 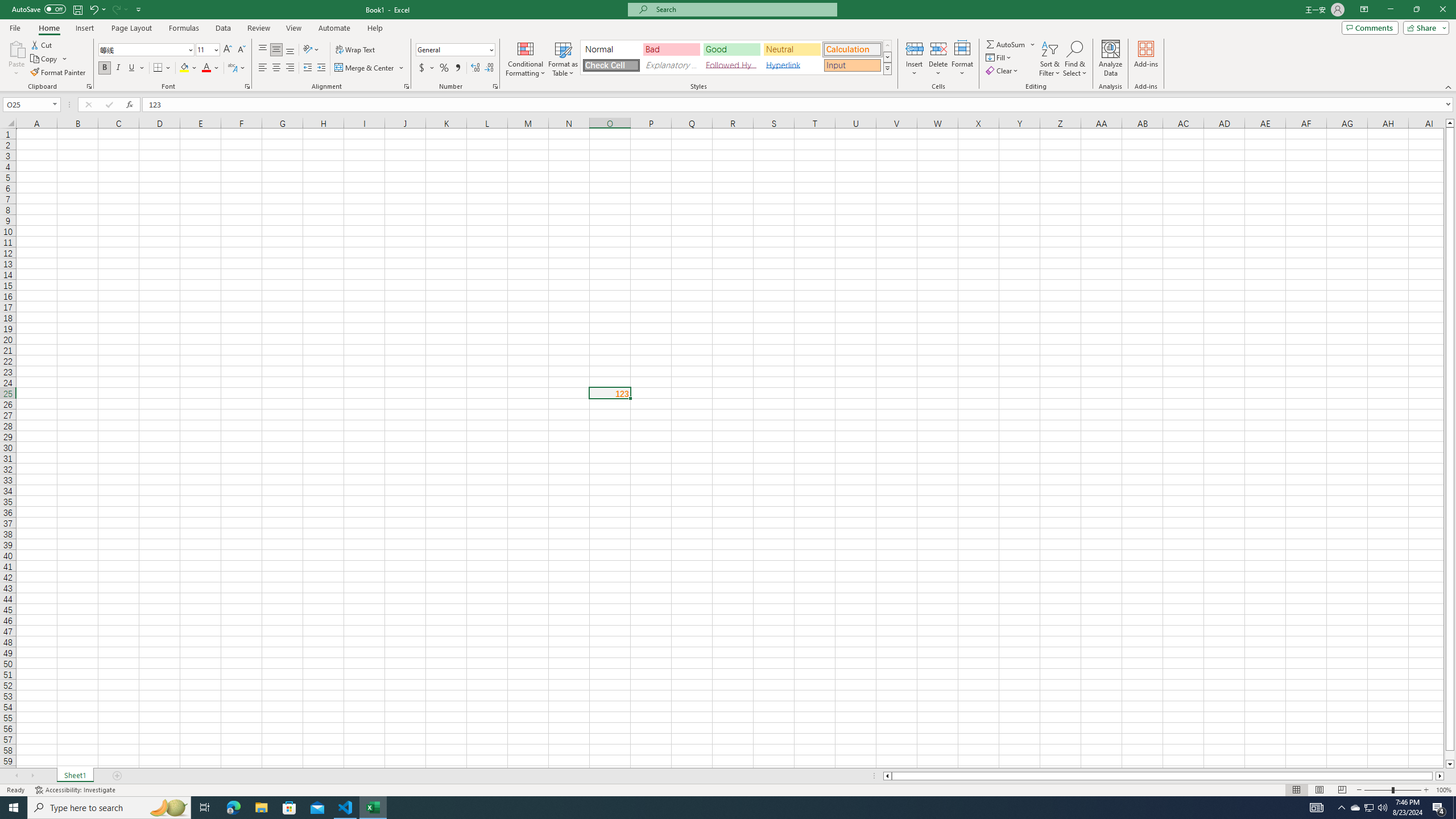 What do you see at coordinates (887, 68) in the screenshot?
I see `'Cell Styles'` at bounding box center [887, 68].